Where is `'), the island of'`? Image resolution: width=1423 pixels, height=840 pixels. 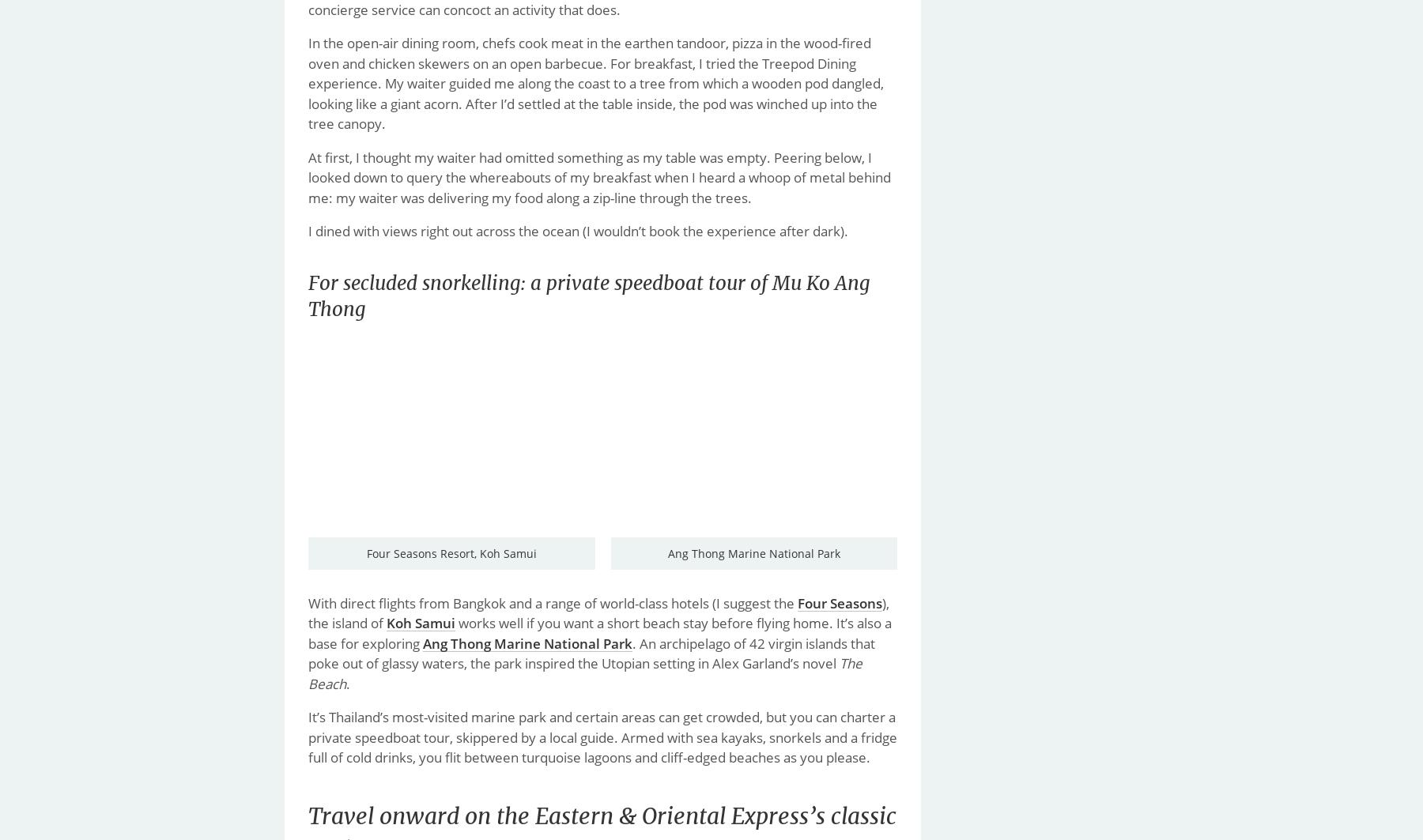 '), the island of' is located at coordinates (598, 612).